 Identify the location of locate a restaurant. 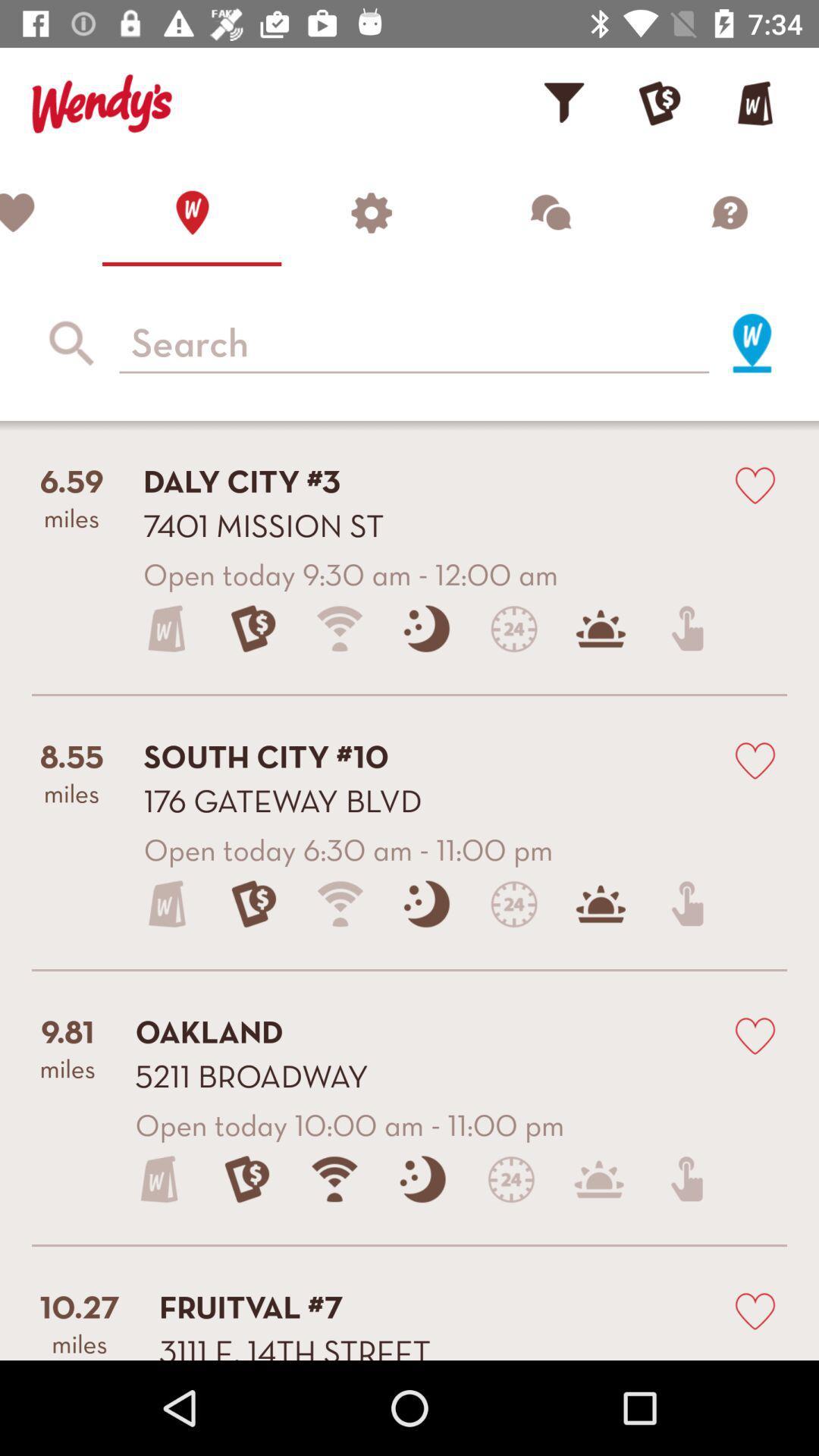
(191, 212).